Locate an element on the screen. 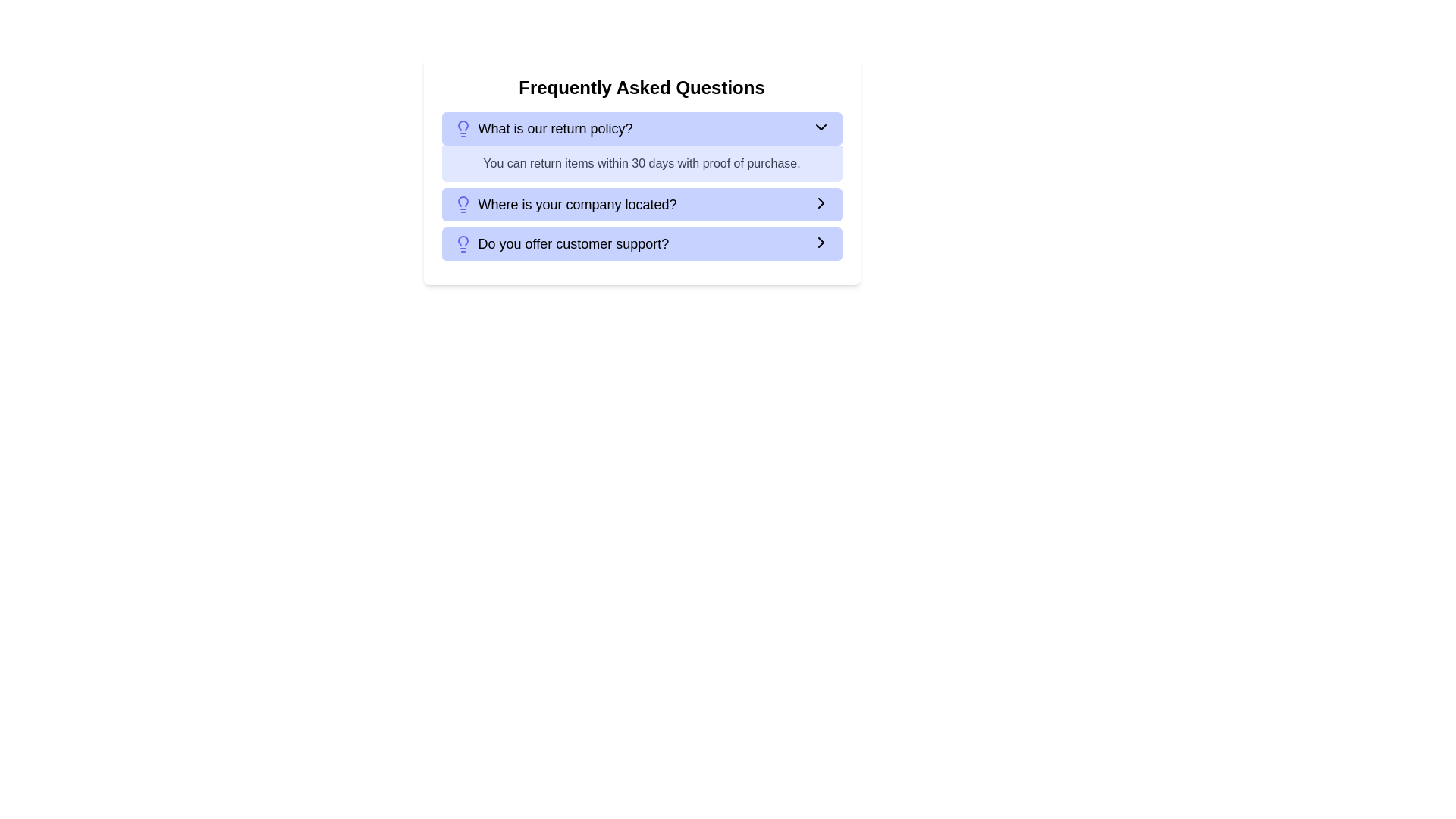  the third interactive collapsible FAQ row located below the question 'Where is your company located?' is located at coordinates (642, 243).